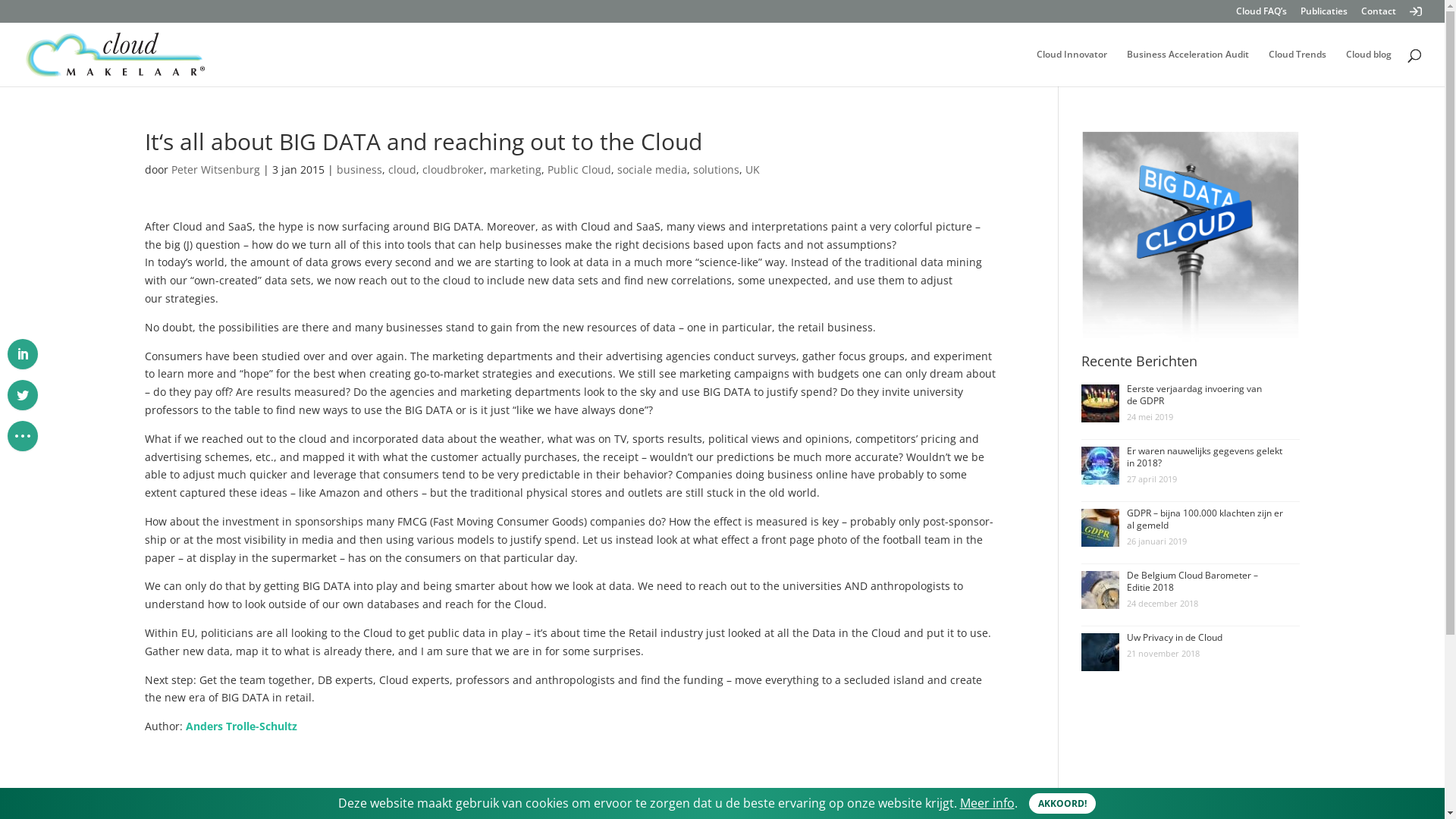  What do you see at coordinates (516, 169) in the screenshot?
I see `'marketing'` at bounding box center [516, 169].